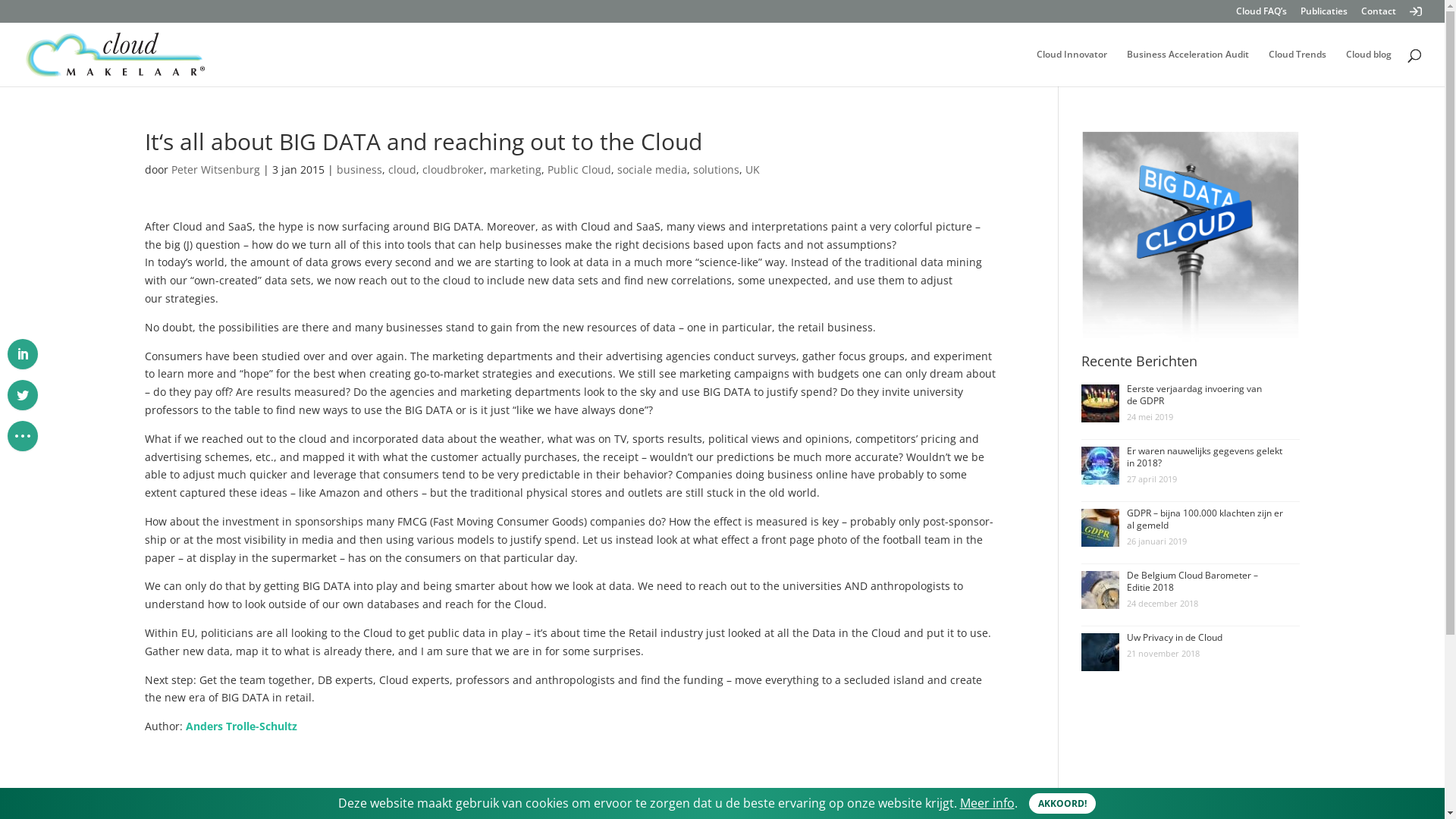  What do you see at coordinates (516, 169) in the screenshot?
I see `'marketing'` at bounding box center [516, 169].